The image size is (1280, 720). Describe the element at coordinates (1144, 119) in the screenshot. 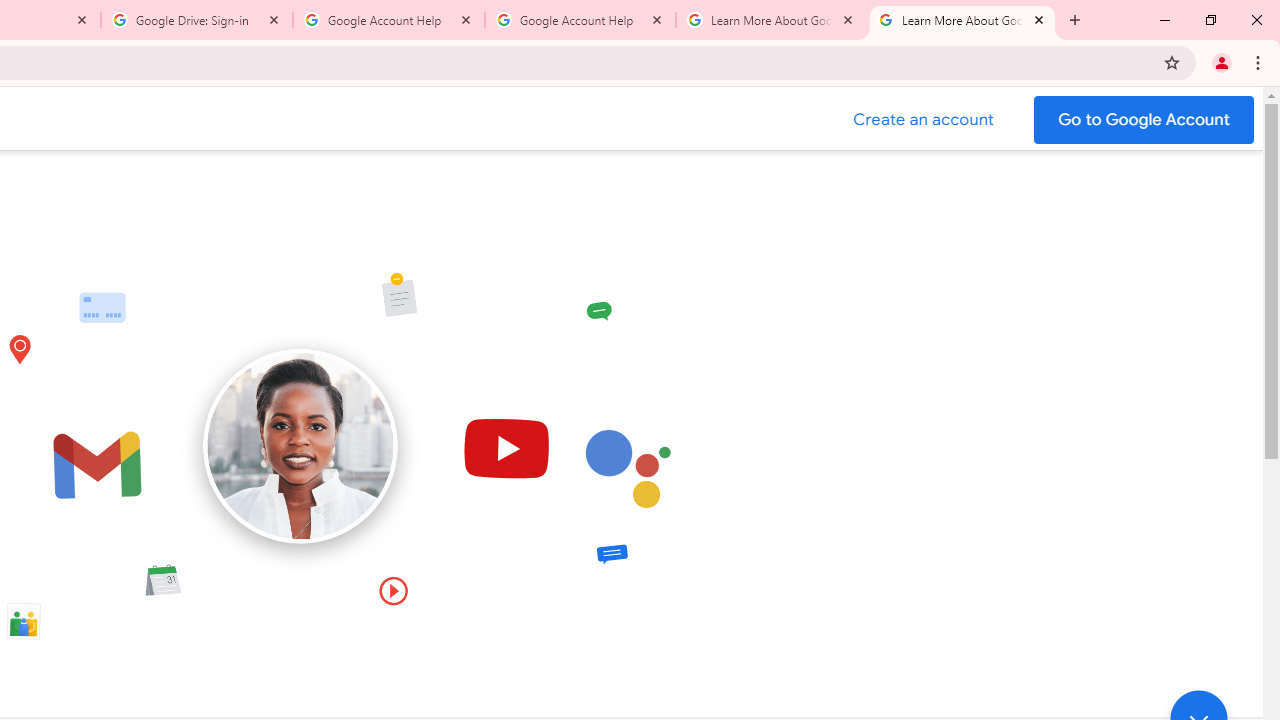

I see `'Go to your Google Account'` at that location.